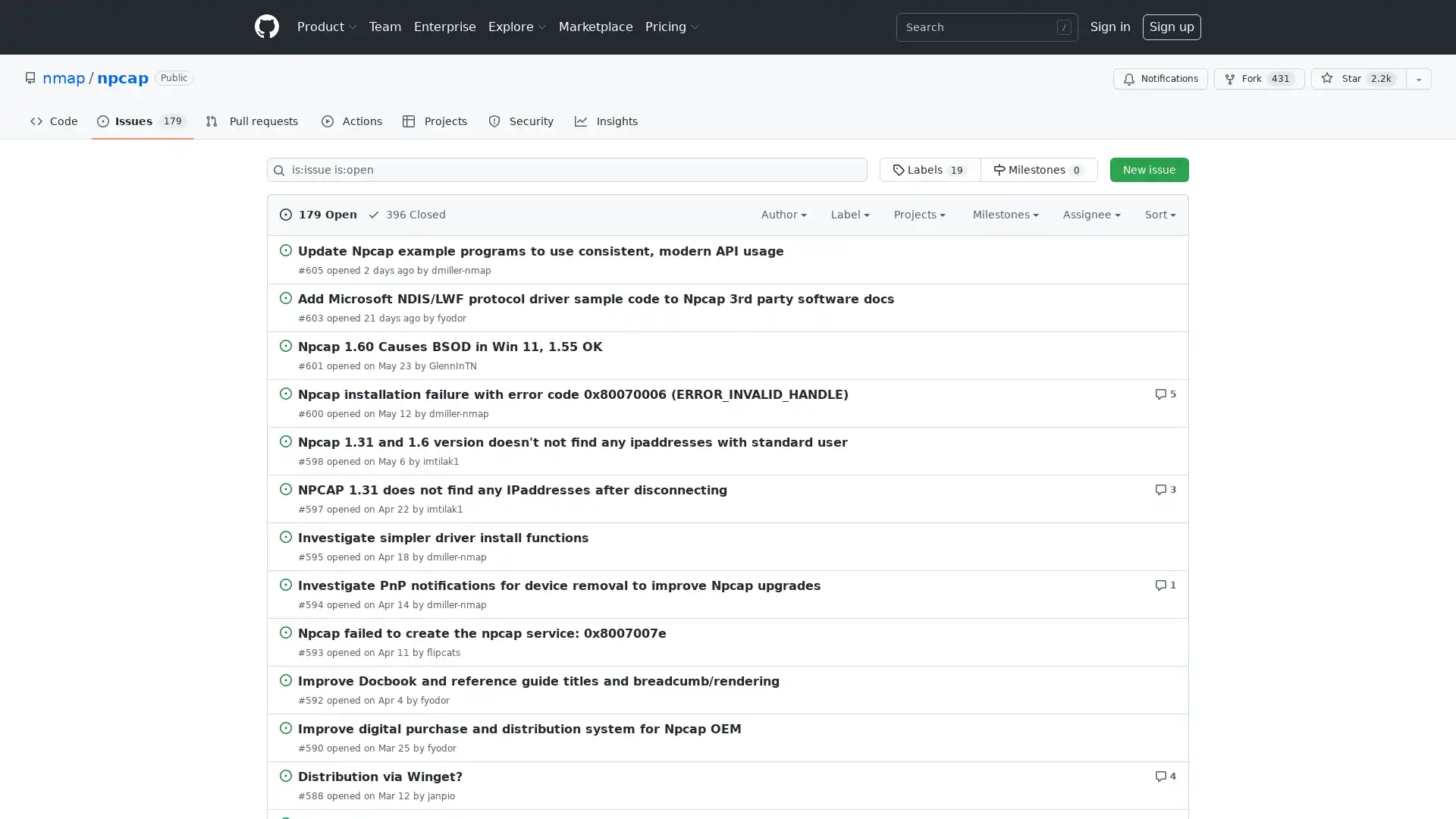 This screenshot has height=819, width=1456. What do you see at coordinates (1418, 79) in the screenshot?
I see `You must be signed in to add this repository to a list` at bounding box center [1418, 79].